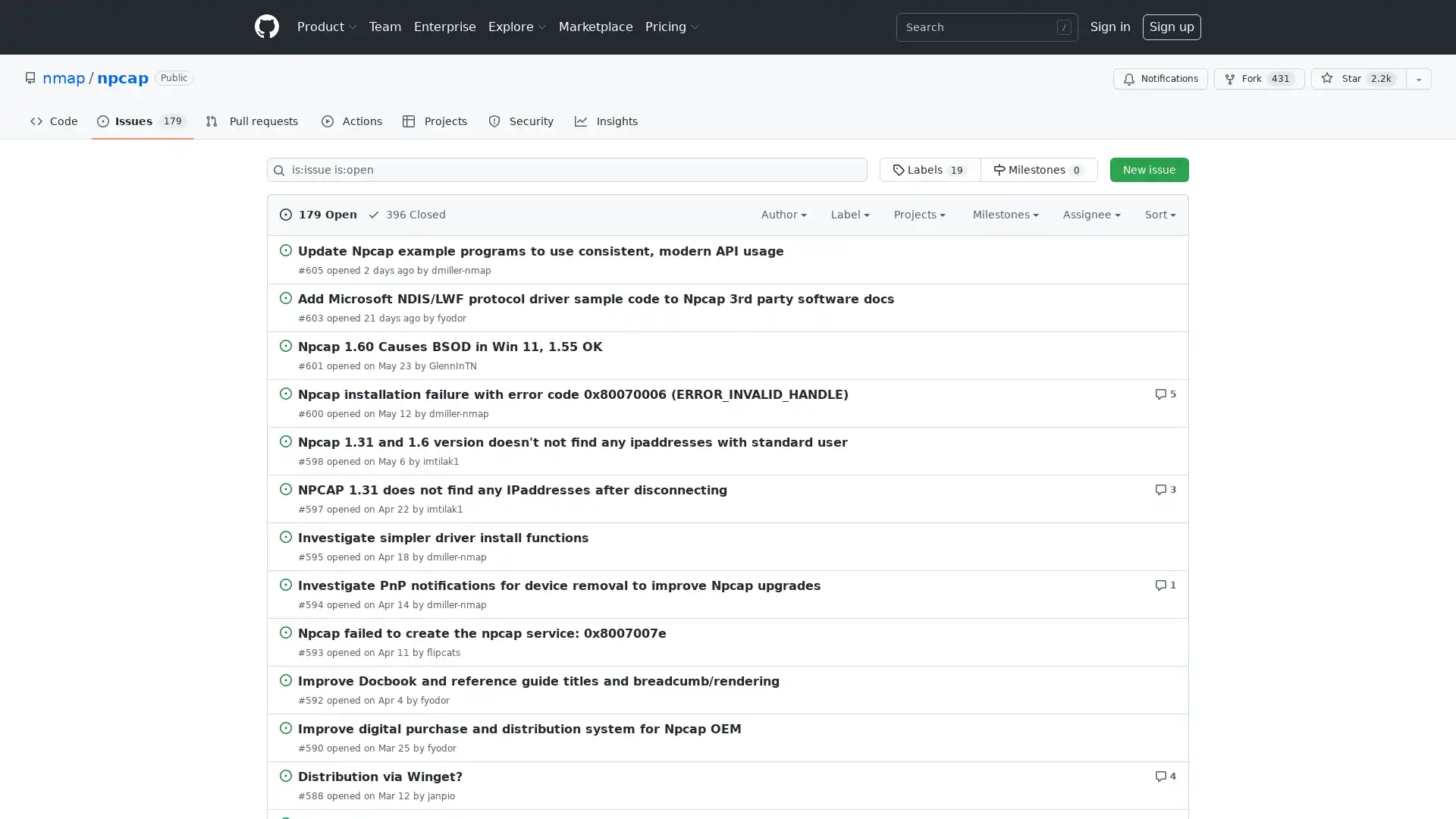 This screenshot has height=819, width=1456. What do you see at coordinates (1418, 79) in the screenshot?
I see `You must be signed in to add this repository to a list` at bounding box center [1418, 79].